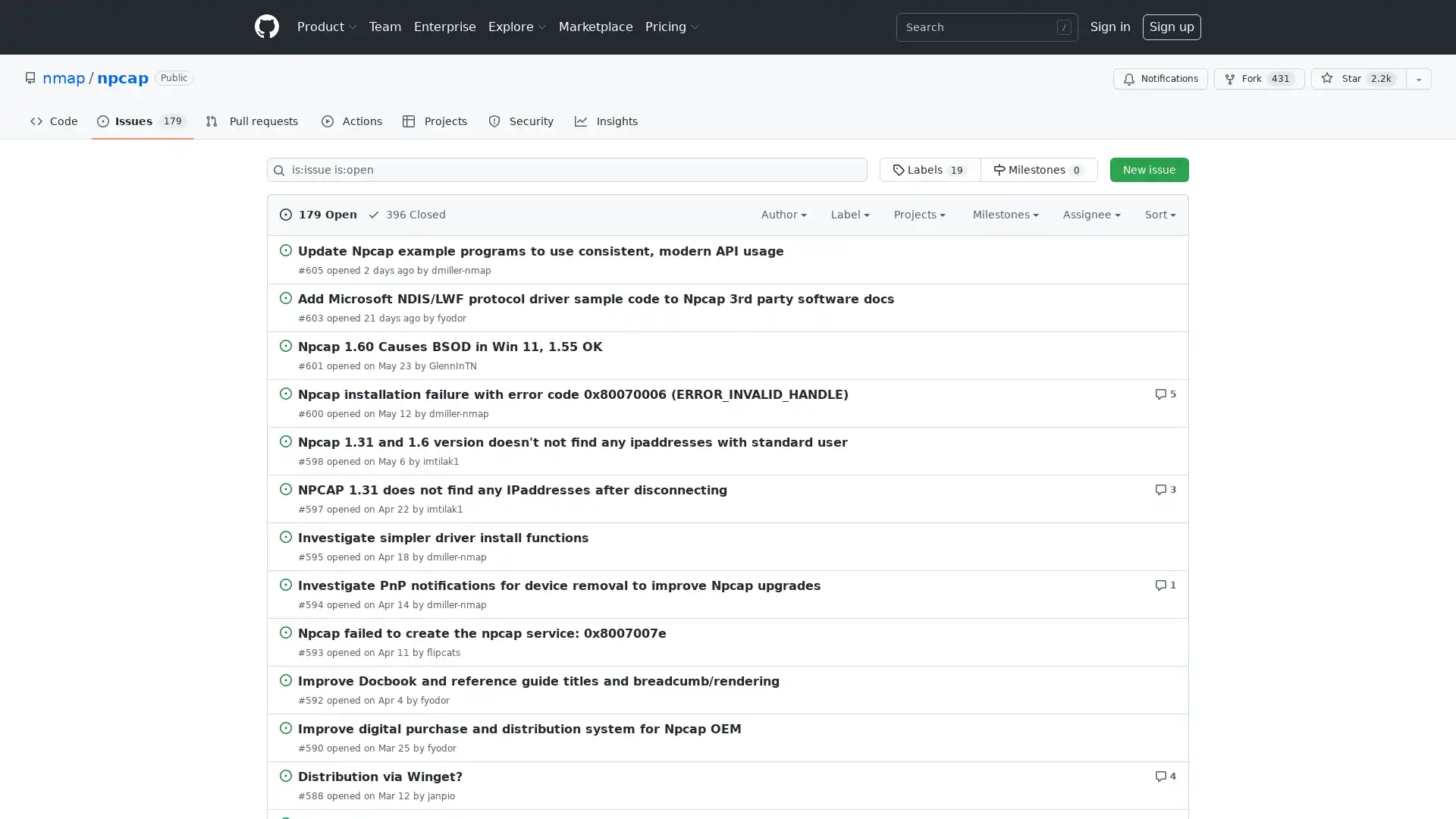 This screenshot has height=819, width=1456. What do you see at coordinates (1418, 79) in the screenshot?
I see `You must be signed in to add this repository to a list` at bounding box center [1418, 79].